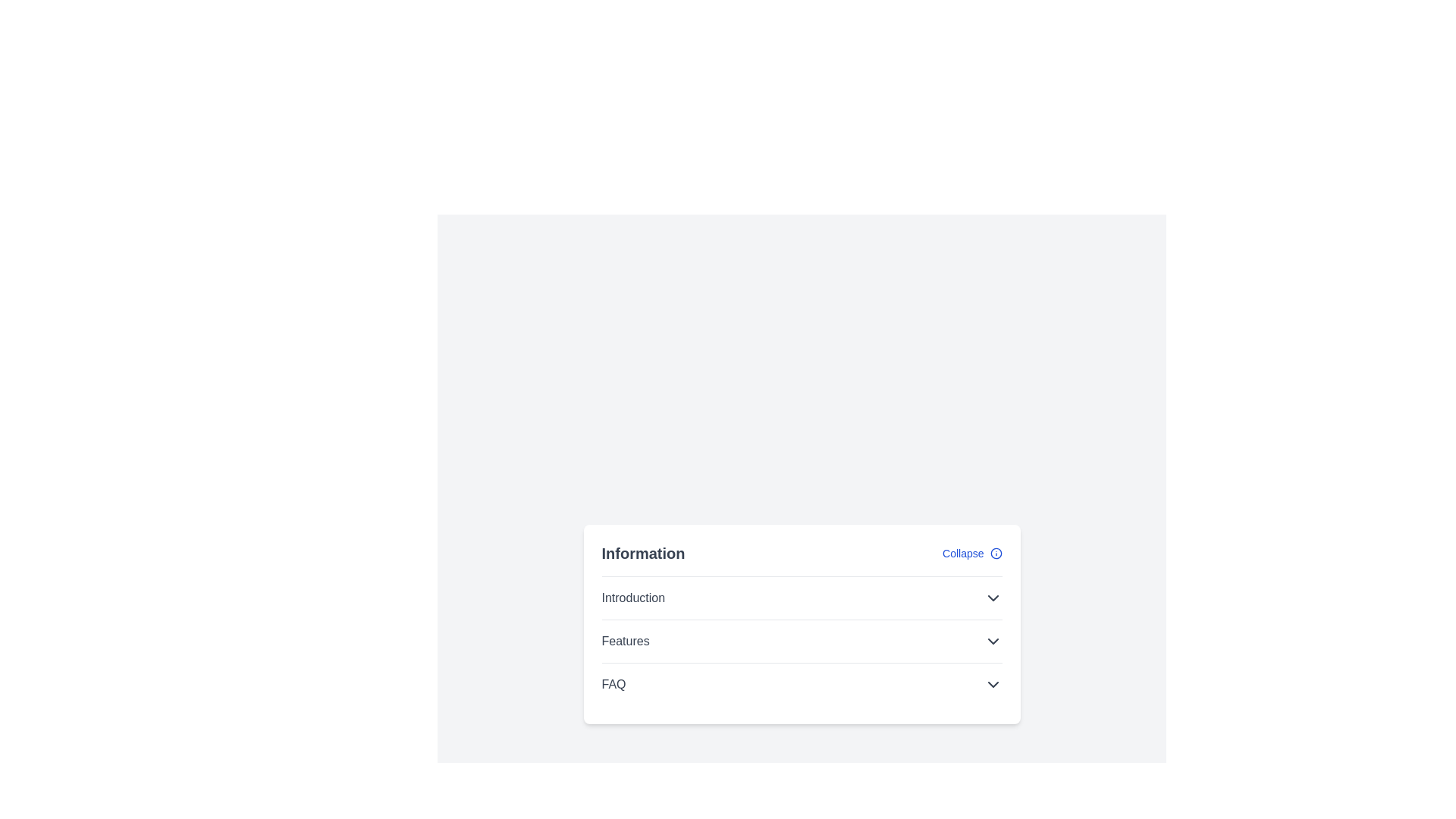 The height and width of the screenshot is (819, 1456). Describe the element at coordinates (801, 684) in the screenshot. I see `the third and last clickable list item in the FAQ section` at that location.